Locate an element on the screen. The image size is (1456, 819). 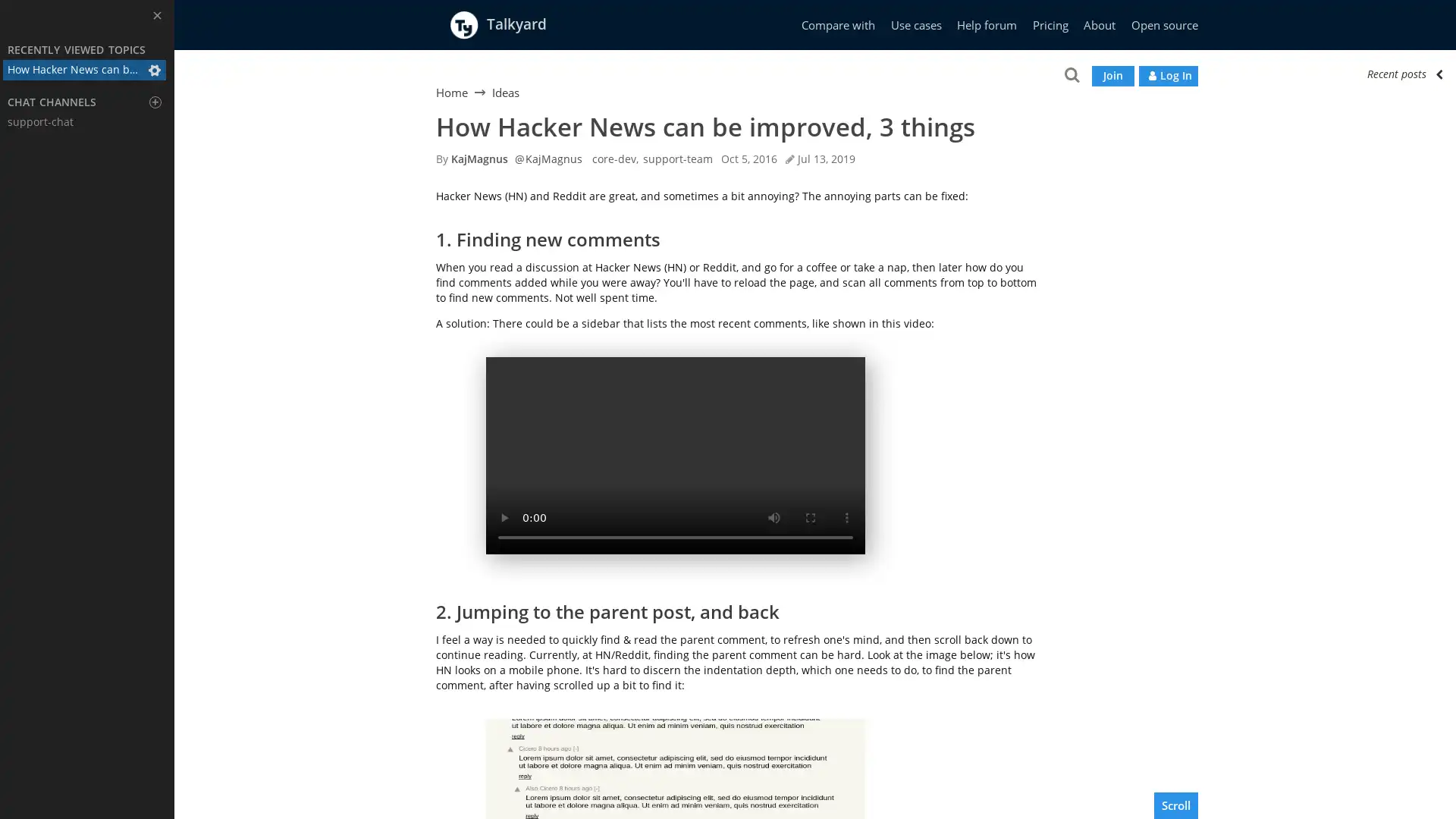
show more media controls is located at coordinates (846, 516).